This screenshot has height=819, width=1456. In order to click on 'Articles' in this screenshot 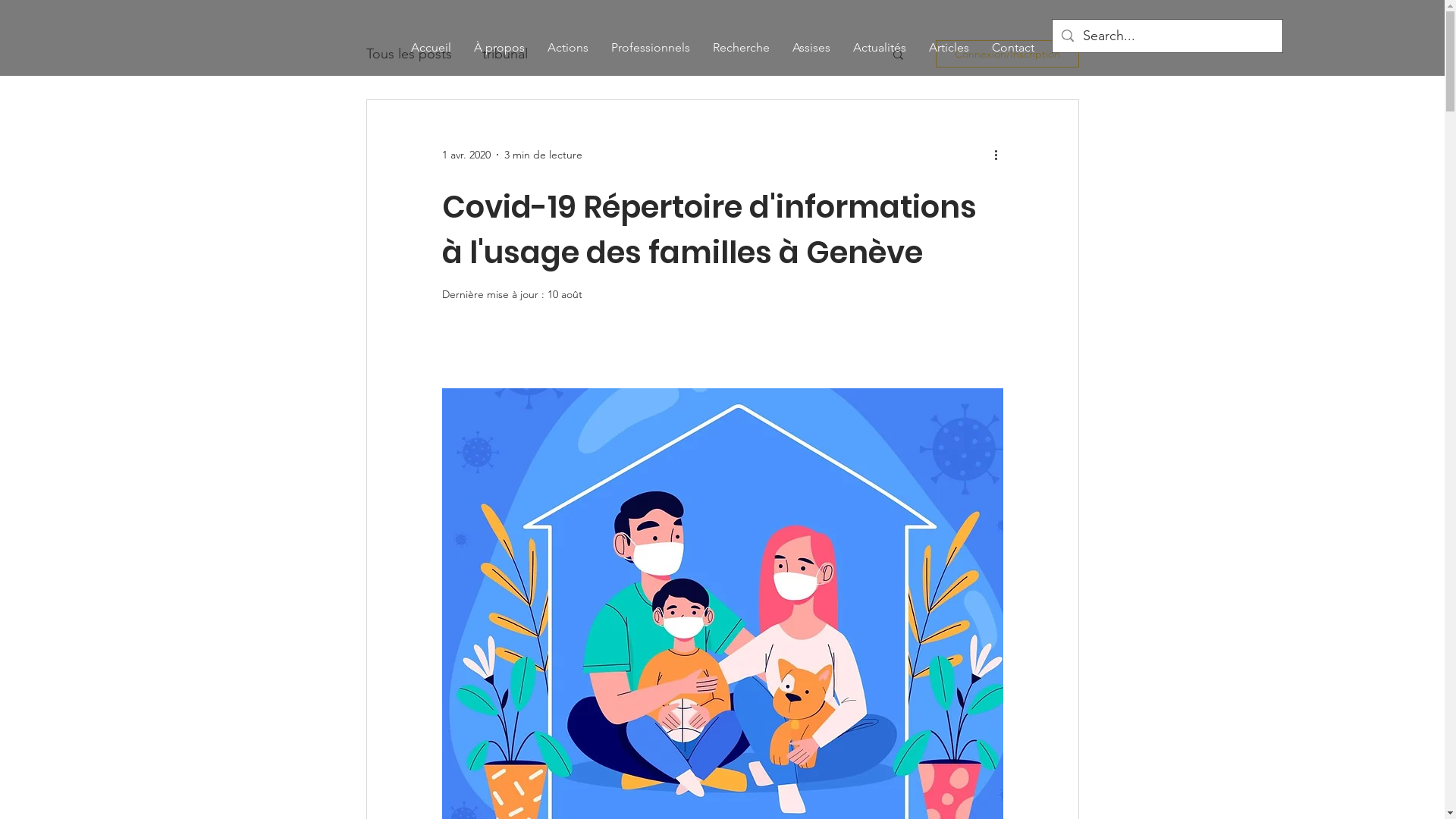, I will do `click(948, 46)`.